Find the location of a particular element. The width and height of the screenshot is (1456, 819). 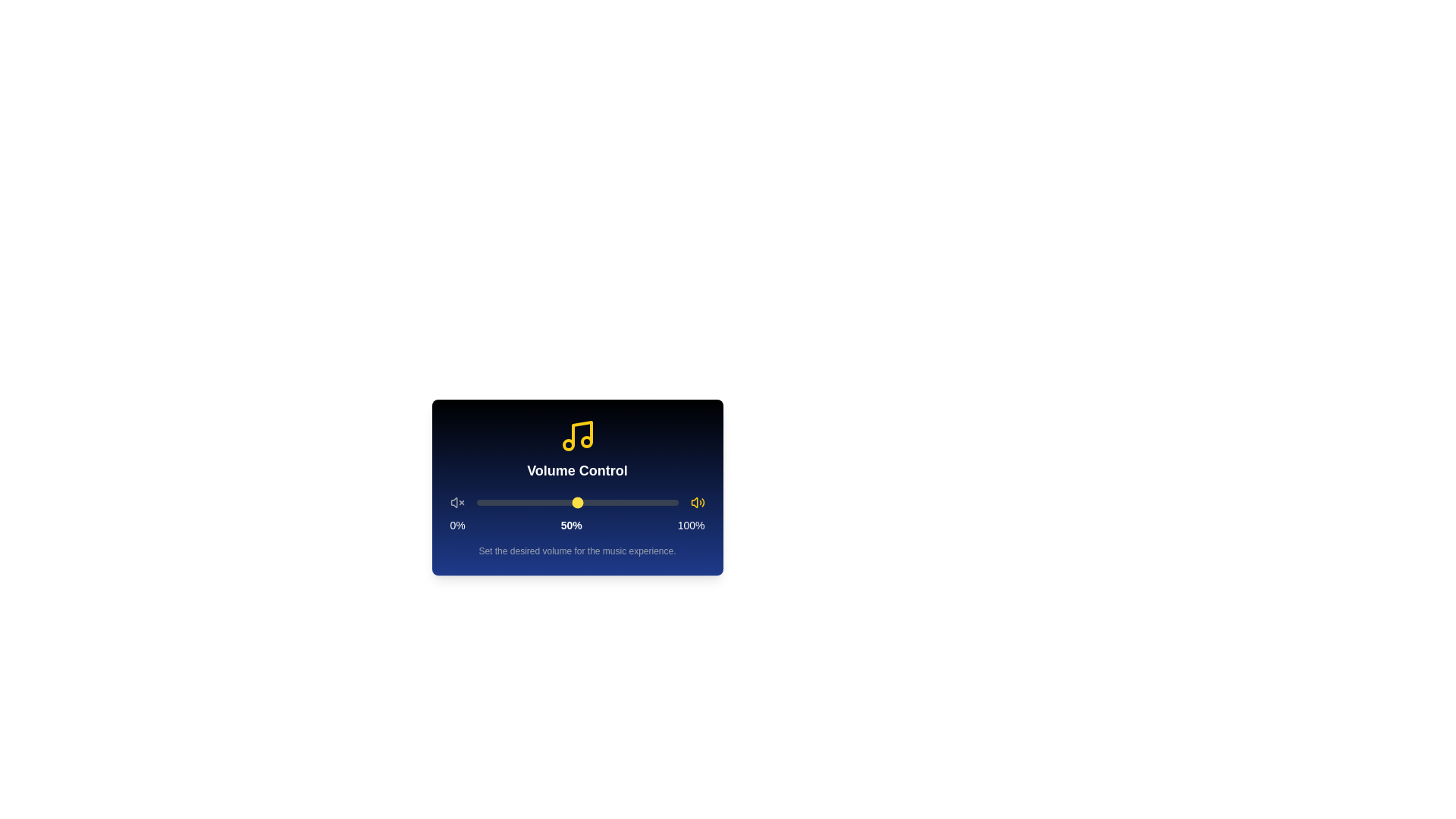

the high volume icon to increase the volume is located at coordinates (697, 503).